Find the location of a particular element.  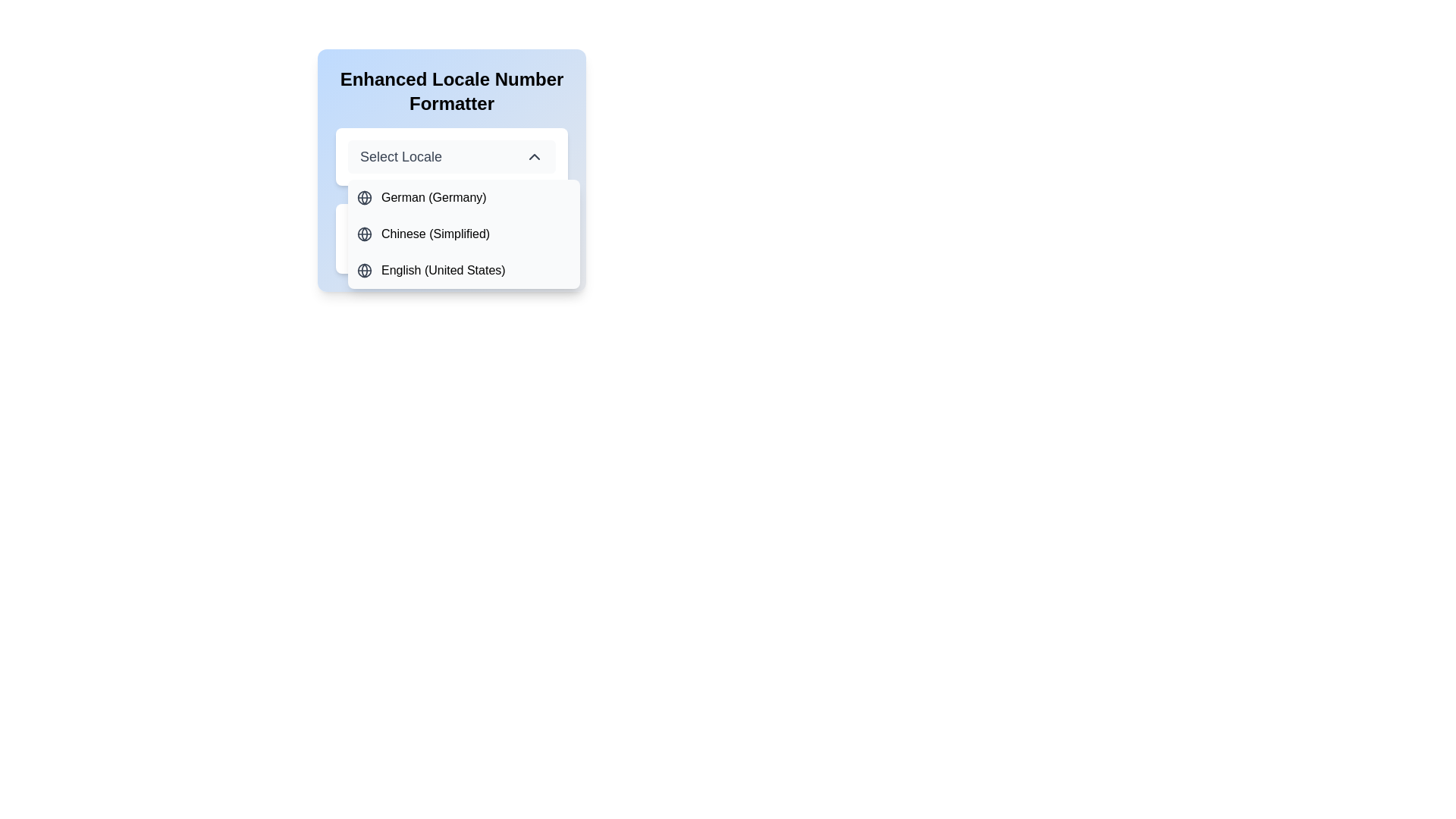

the globe icon with a stroke color matching text-gray-700, which is located to the left of the text 'German (Germany)' in the dropdown options is located at coordinates (364, 197).